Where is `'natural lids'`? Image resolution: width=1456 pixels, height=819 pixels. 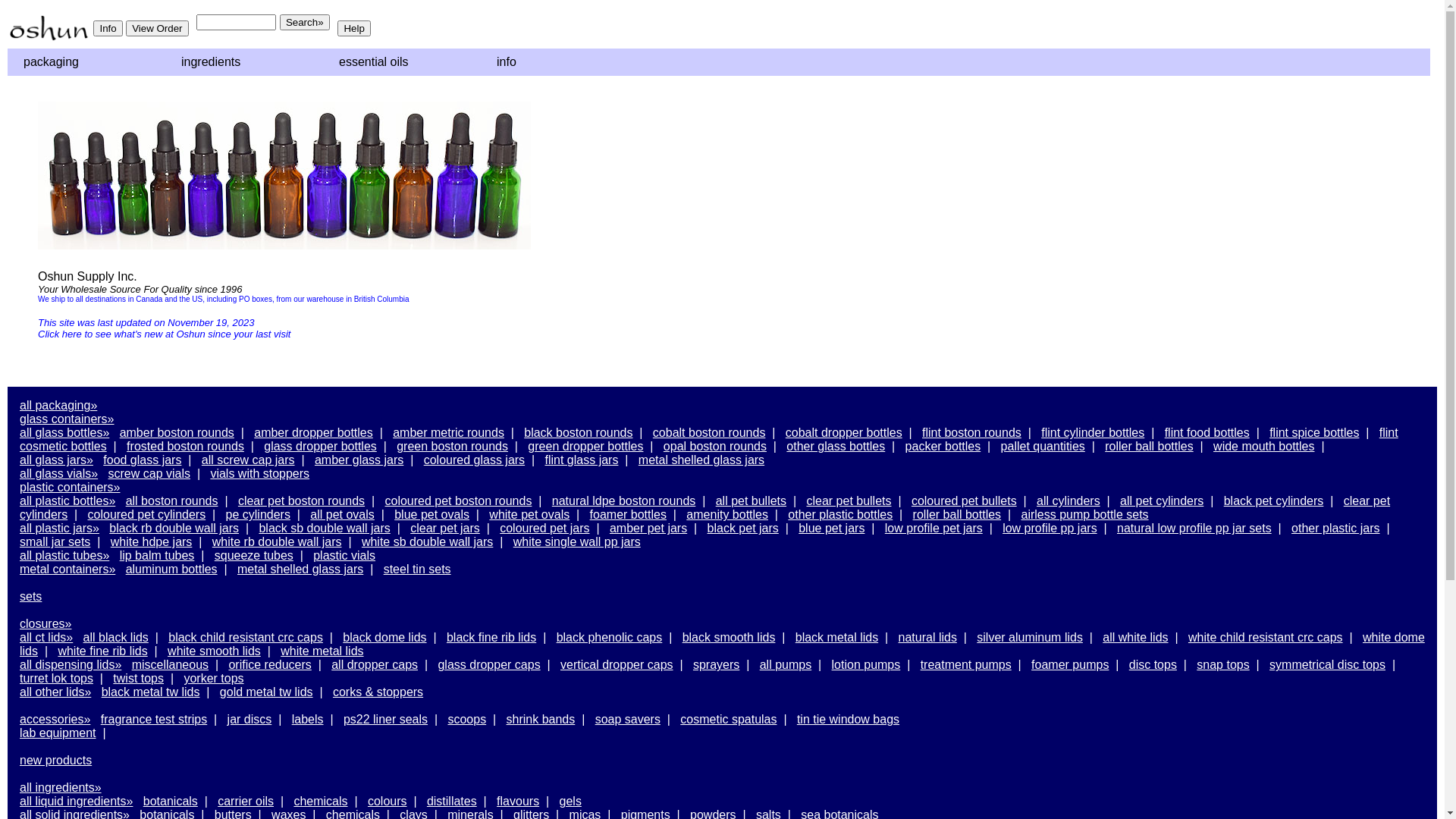
'natural lids' is located at coordinates (927, 637).